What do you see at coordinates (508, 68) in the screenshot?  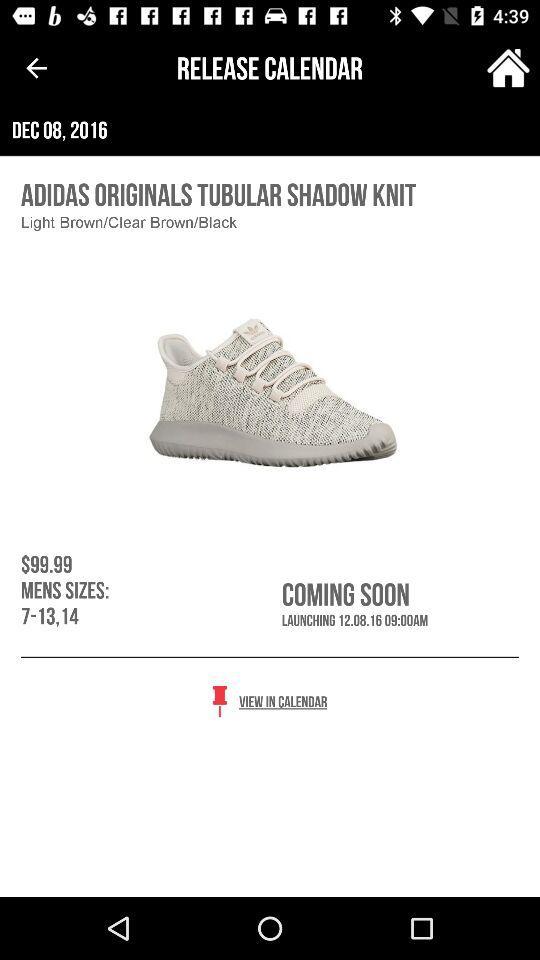 I see `icon at the top right corner` at bounding box center [508, 68].